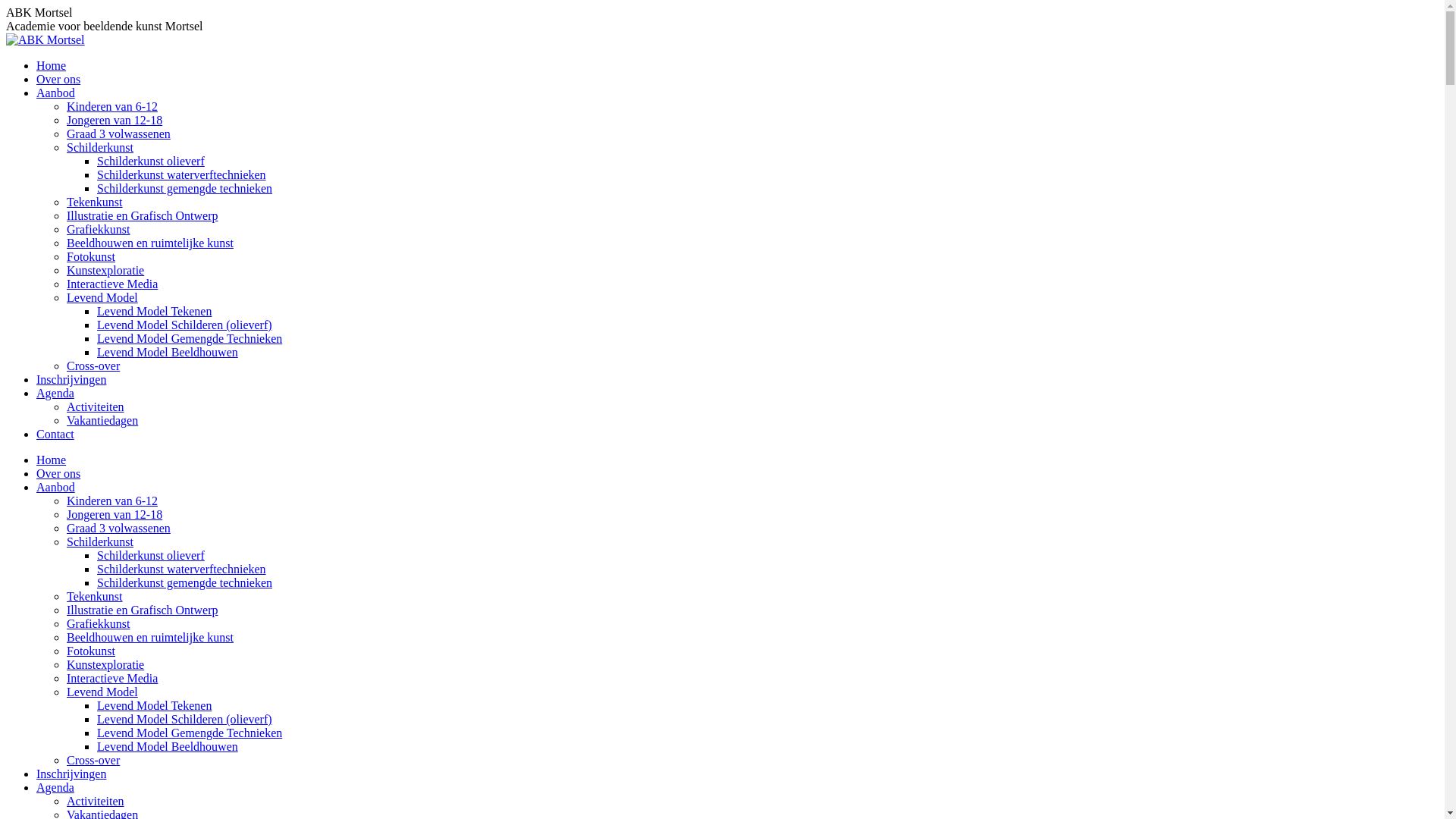 The image size is (1456, 819). I want to click on 'Vakantiedagen', so click(101, 420).